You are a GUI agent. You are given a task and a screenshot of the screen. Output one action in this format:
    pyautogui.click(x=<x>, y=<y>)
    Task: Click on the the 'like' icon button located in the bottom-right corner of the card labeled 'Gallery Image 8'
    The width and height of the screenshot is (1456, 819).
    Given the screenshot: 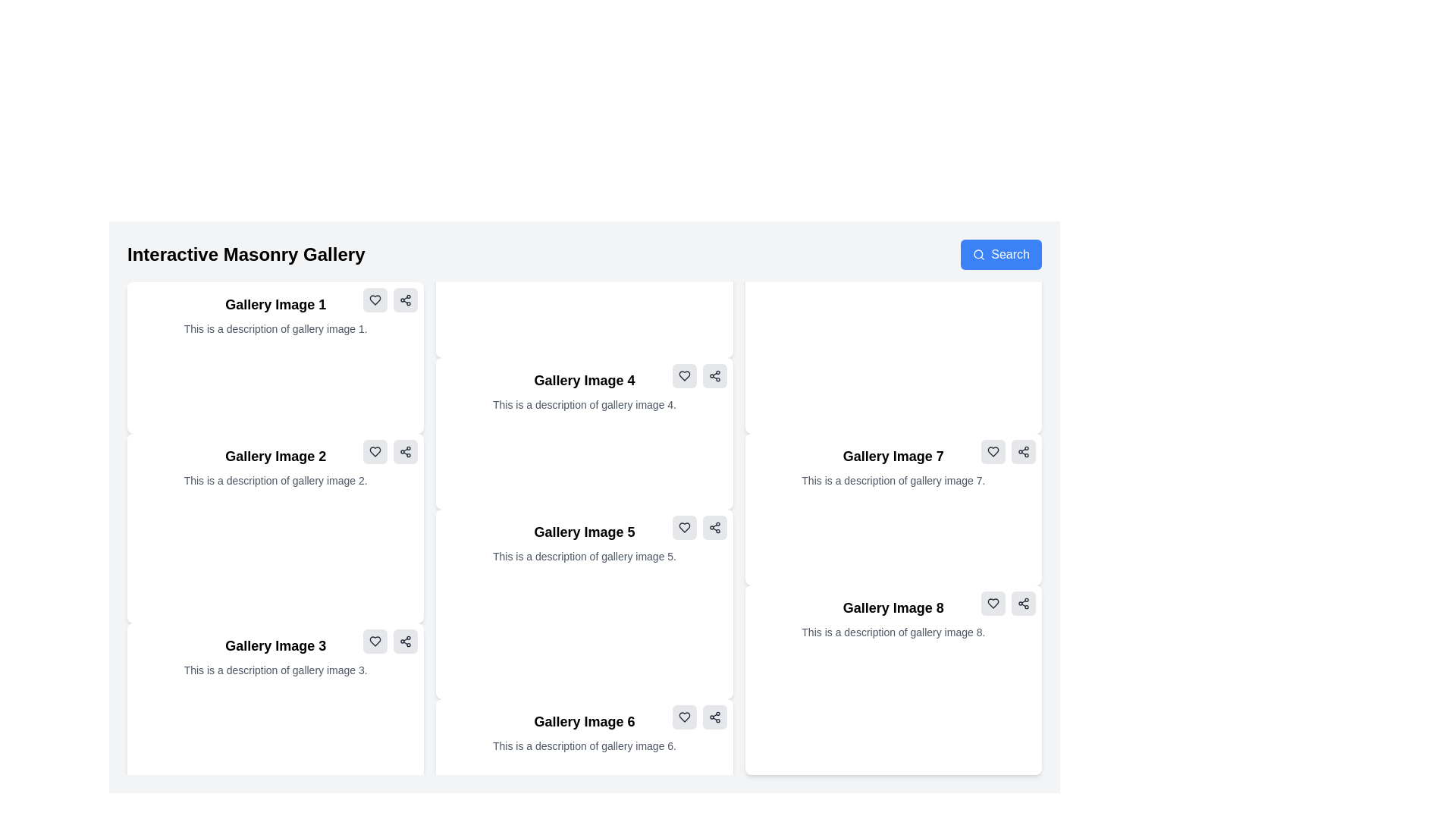 What is the action you would take?
    pyautogui.click(x=993, y=602)
    